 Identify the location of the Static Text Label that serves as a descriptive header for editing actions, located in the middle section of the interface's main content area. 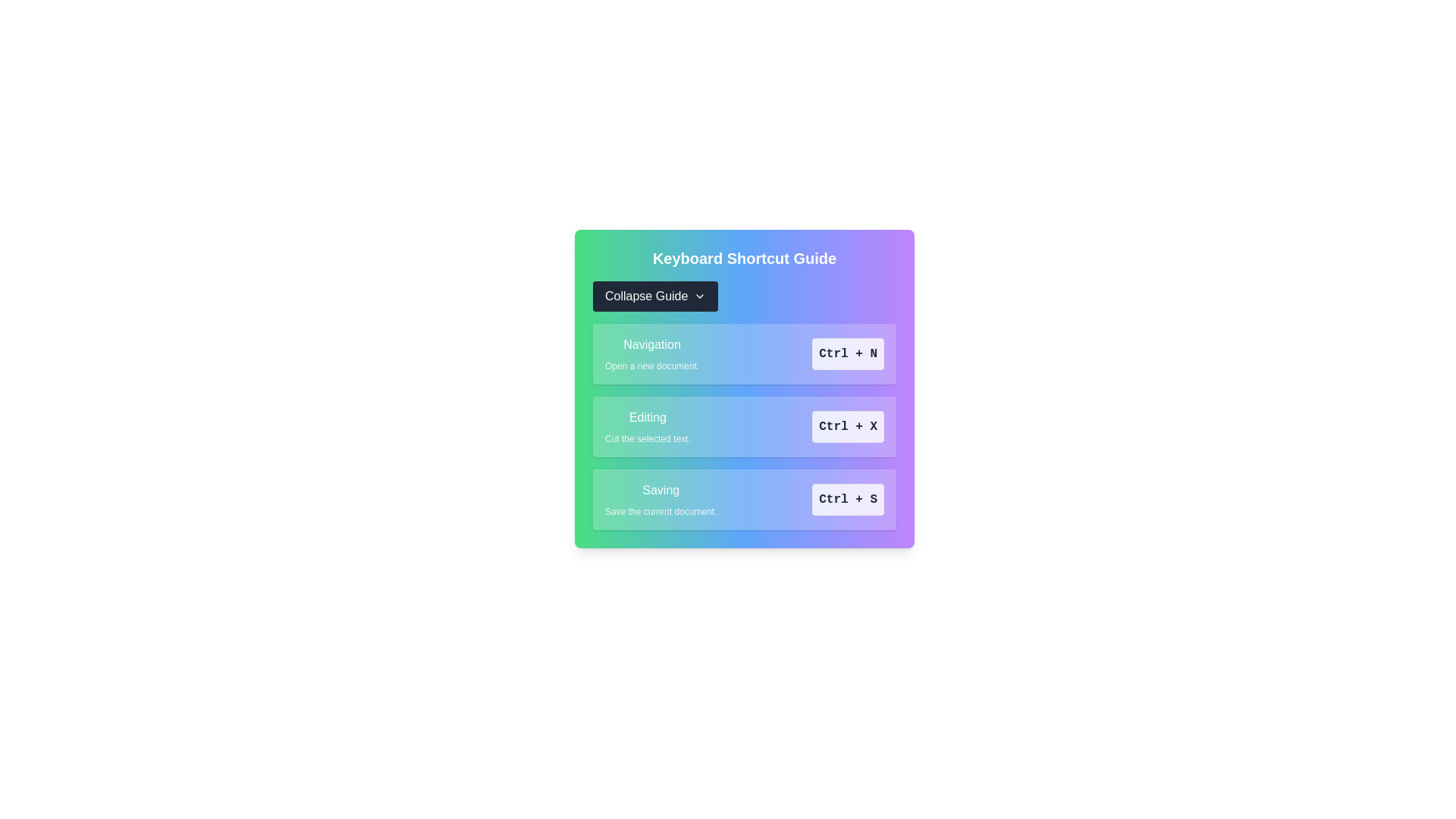
(648, 418).